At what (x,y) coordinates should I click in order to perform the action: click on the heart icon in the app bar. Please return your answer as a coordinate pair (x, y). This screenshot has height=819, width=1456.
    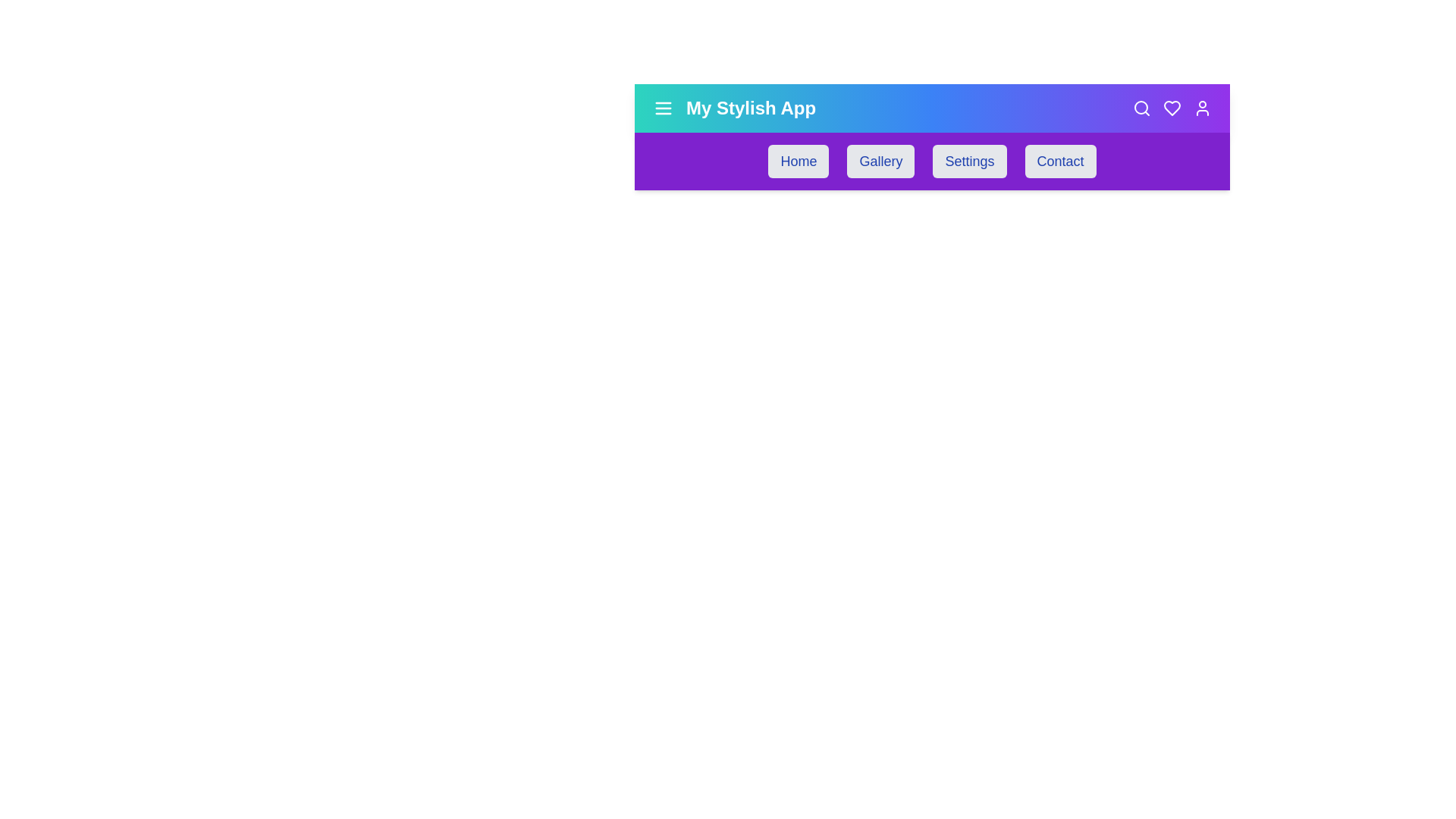
    Looking at the image, I should click on (1171, 107).